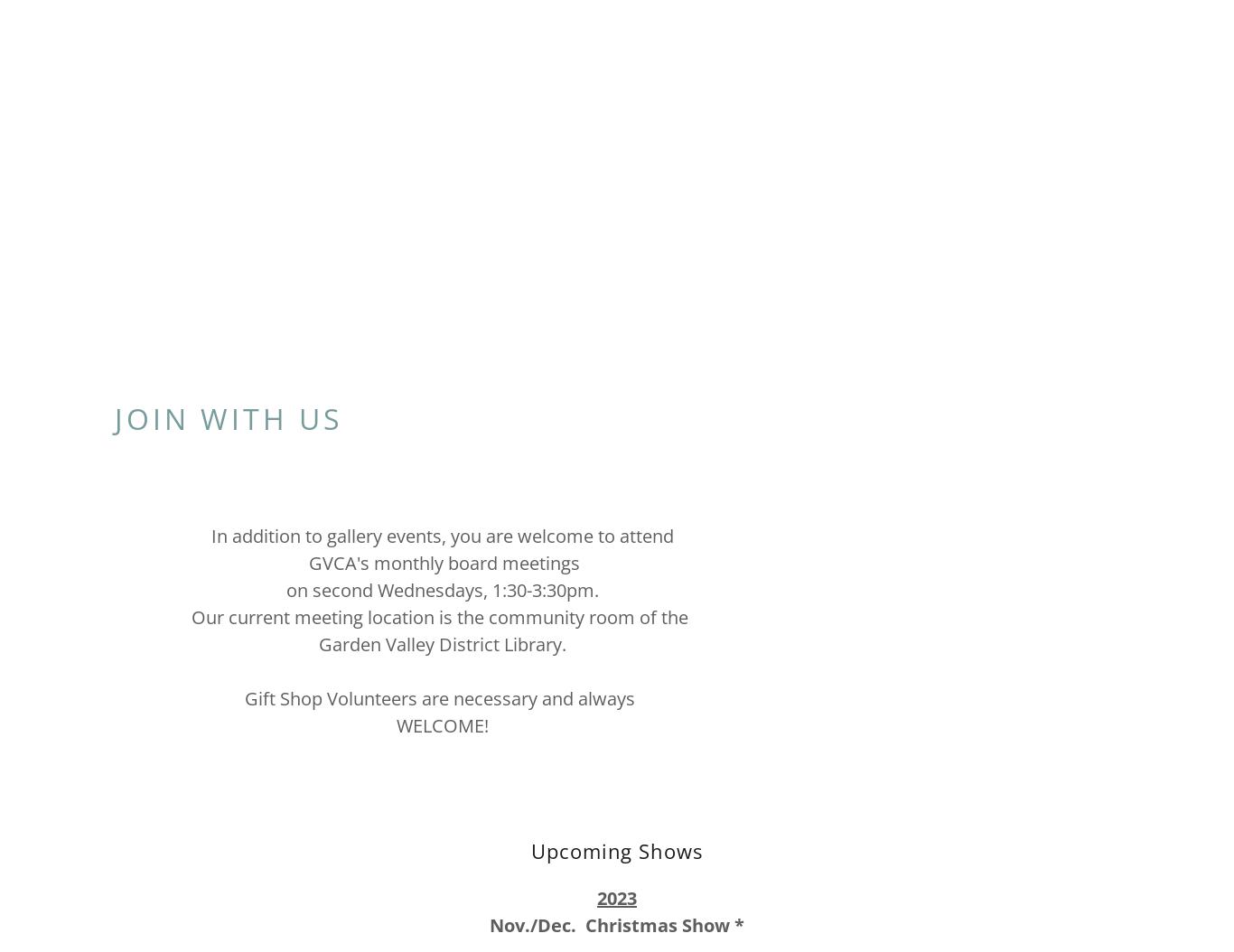 The height and width of the screenshot is (952, 1234). Describe the element at coordinates (317, 642) in the screenshot. I see `'Garden Valley District Library.'` at that location.